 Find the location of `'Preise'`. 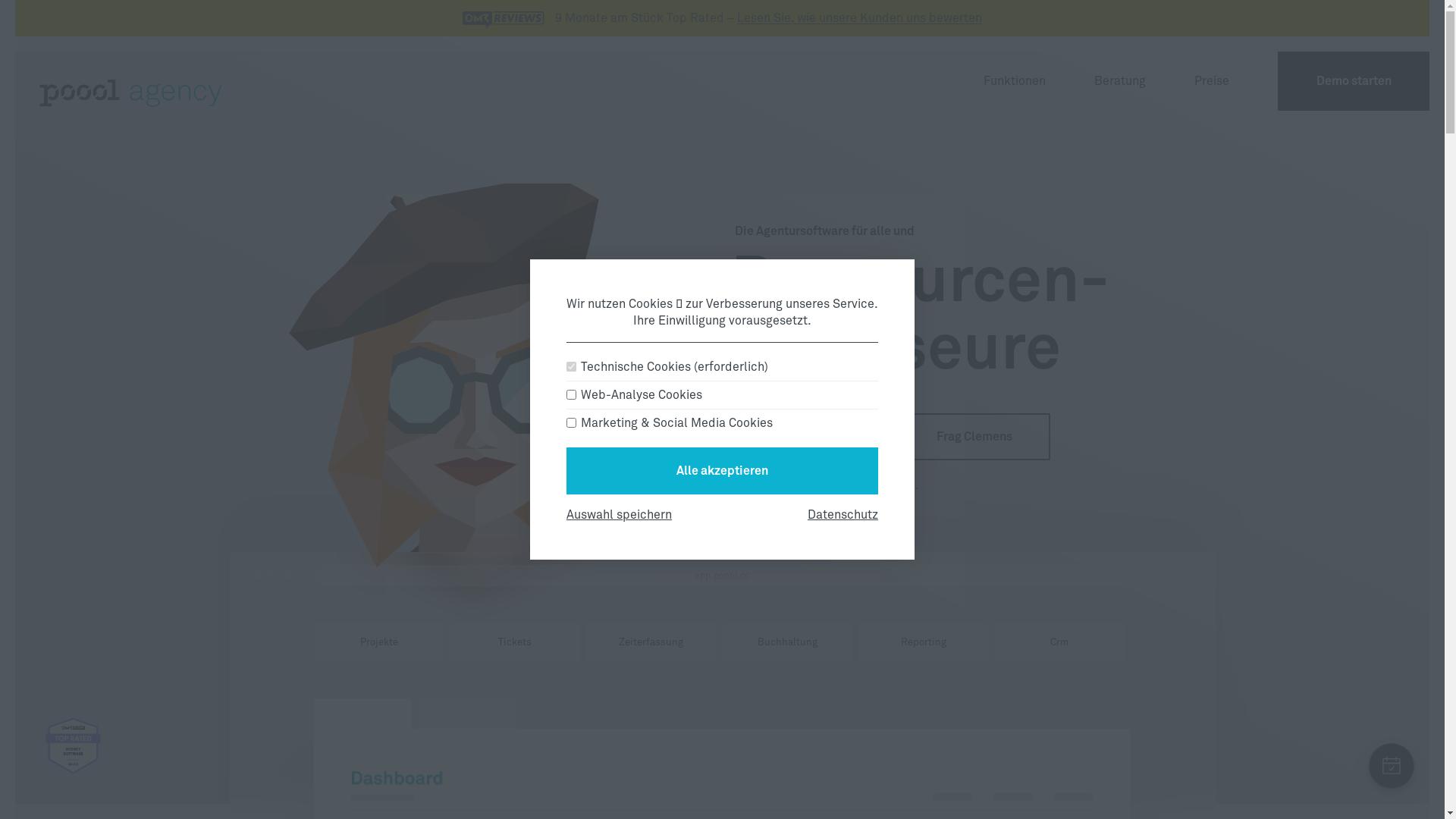

'Preise' is located at coordinates (1193, 81).